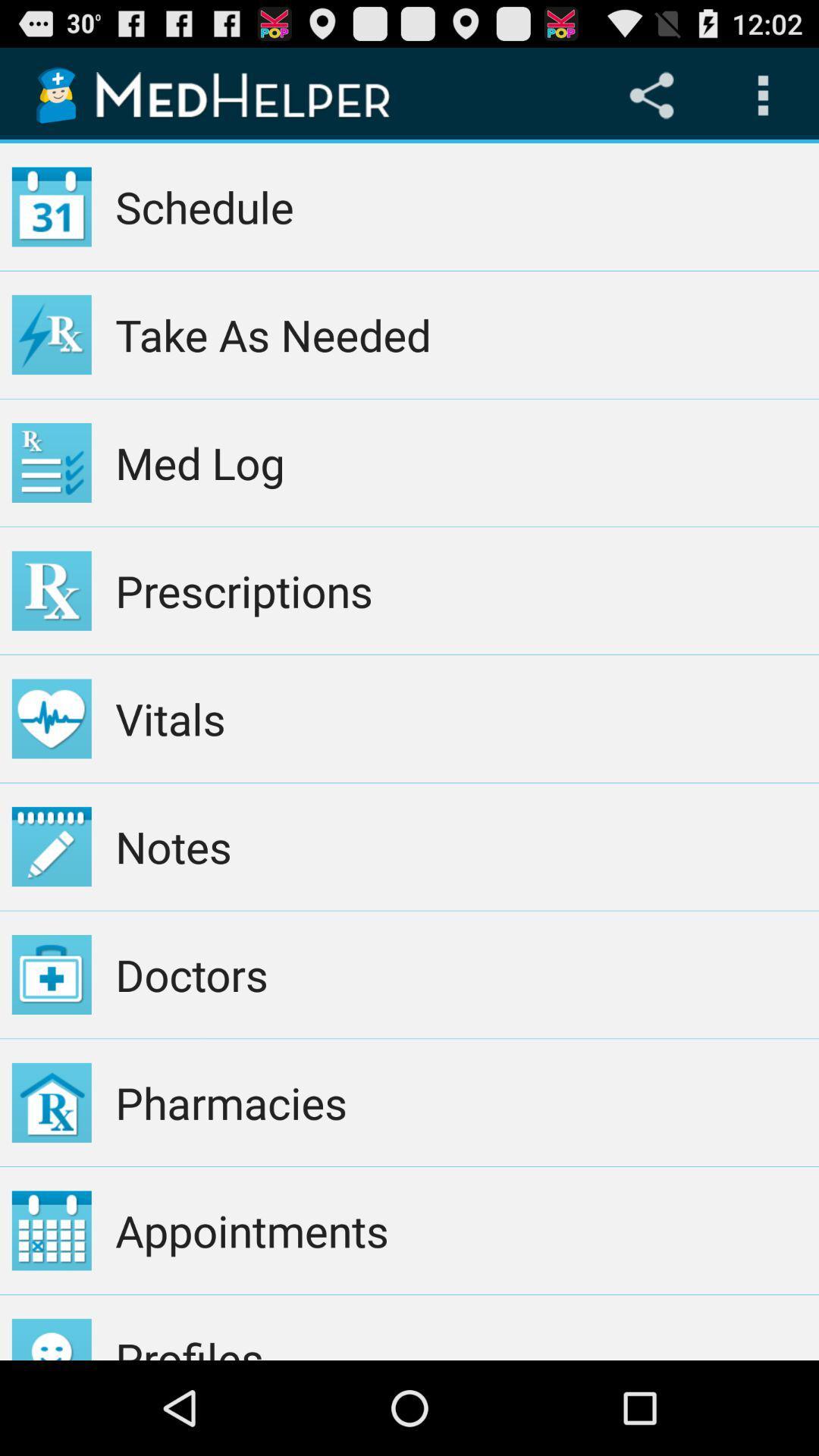 This screenshot has width=819, height=1456. What do you see at coordinates (460, 846) in the screenshot?
I see `the notes app` at bounding box center [460, 846].